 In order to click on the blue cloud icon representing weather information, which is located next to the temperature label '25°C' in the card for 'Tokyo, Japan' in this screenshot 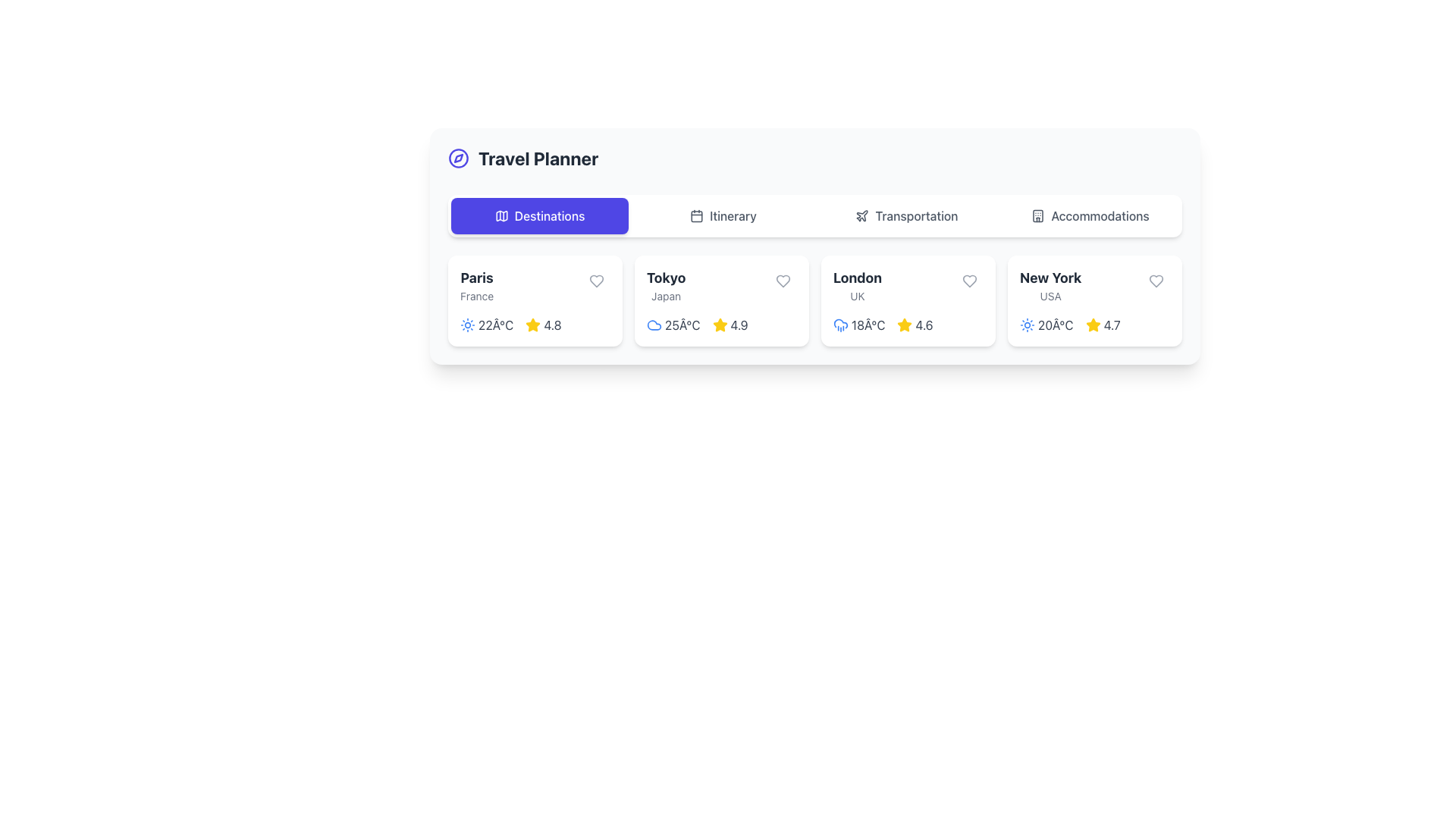, I will do `click(654, 324)`.